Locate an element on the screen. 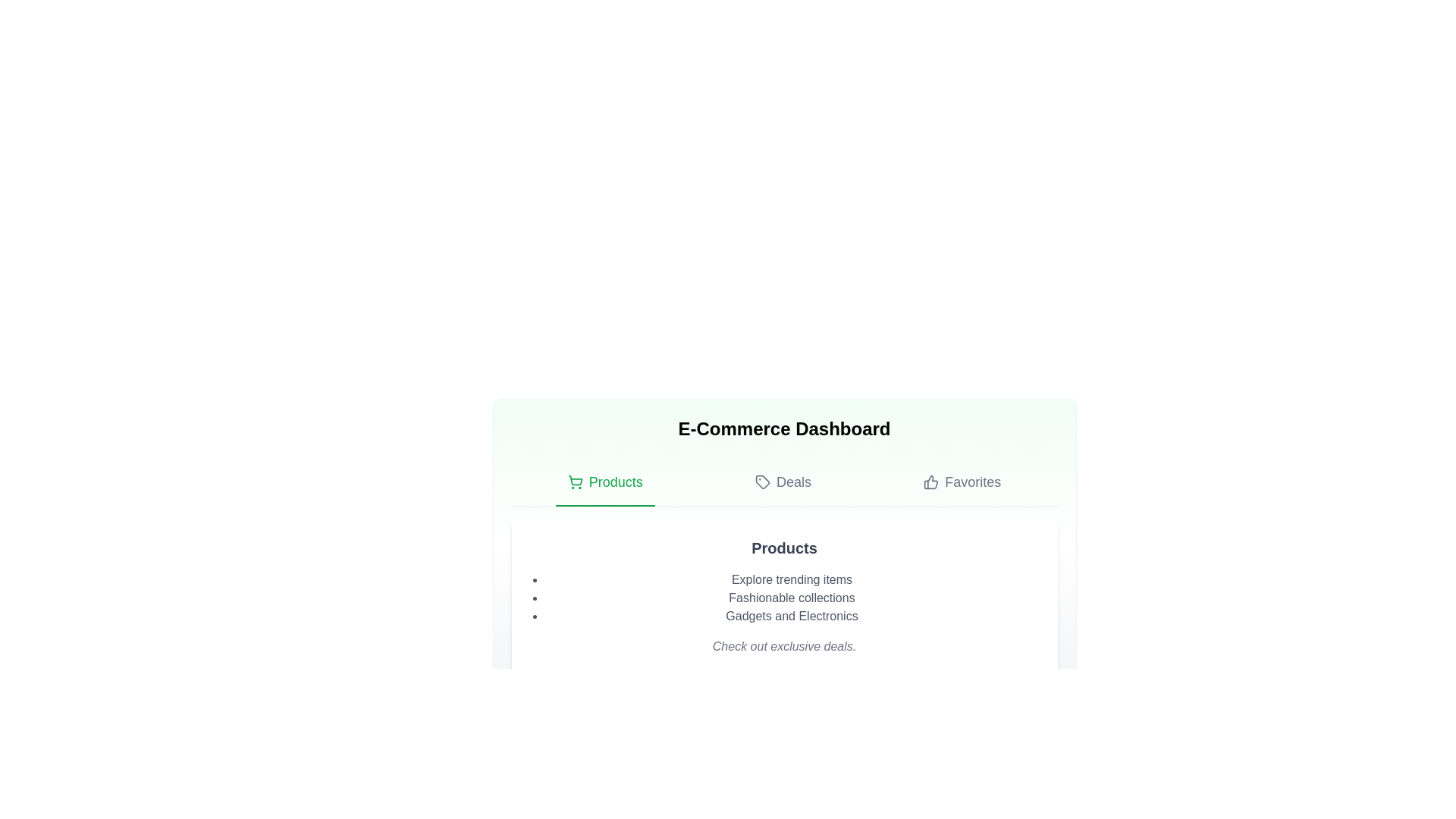  the navigation bar located below the 'E-Commerce Dashboard' header and above the 'Products' section to enable keyboard navigation is located at coordinates (784, 483).